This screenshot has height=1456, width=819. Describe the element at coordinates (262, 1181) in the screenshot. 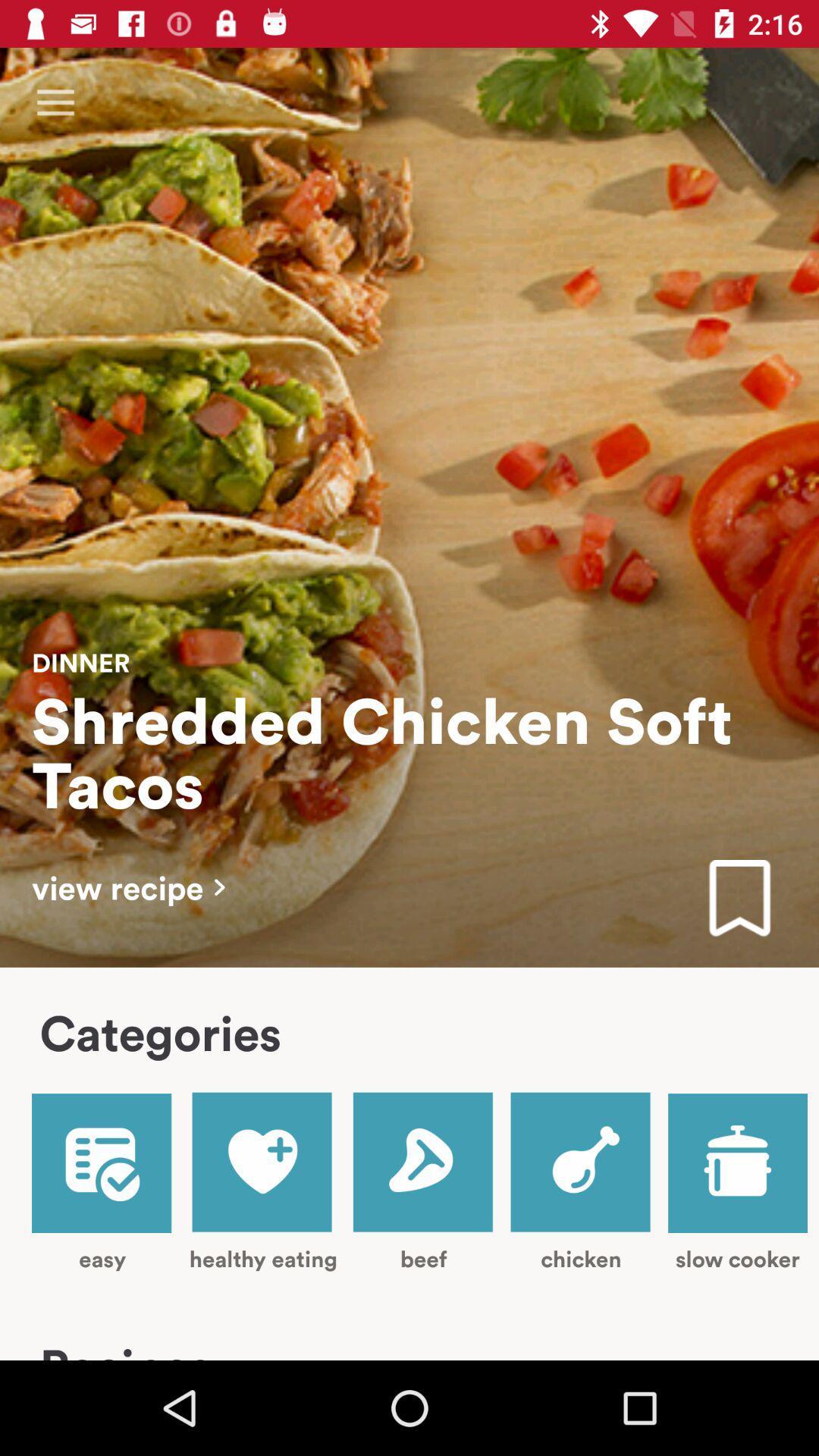

I see `item below the categories` at that location.